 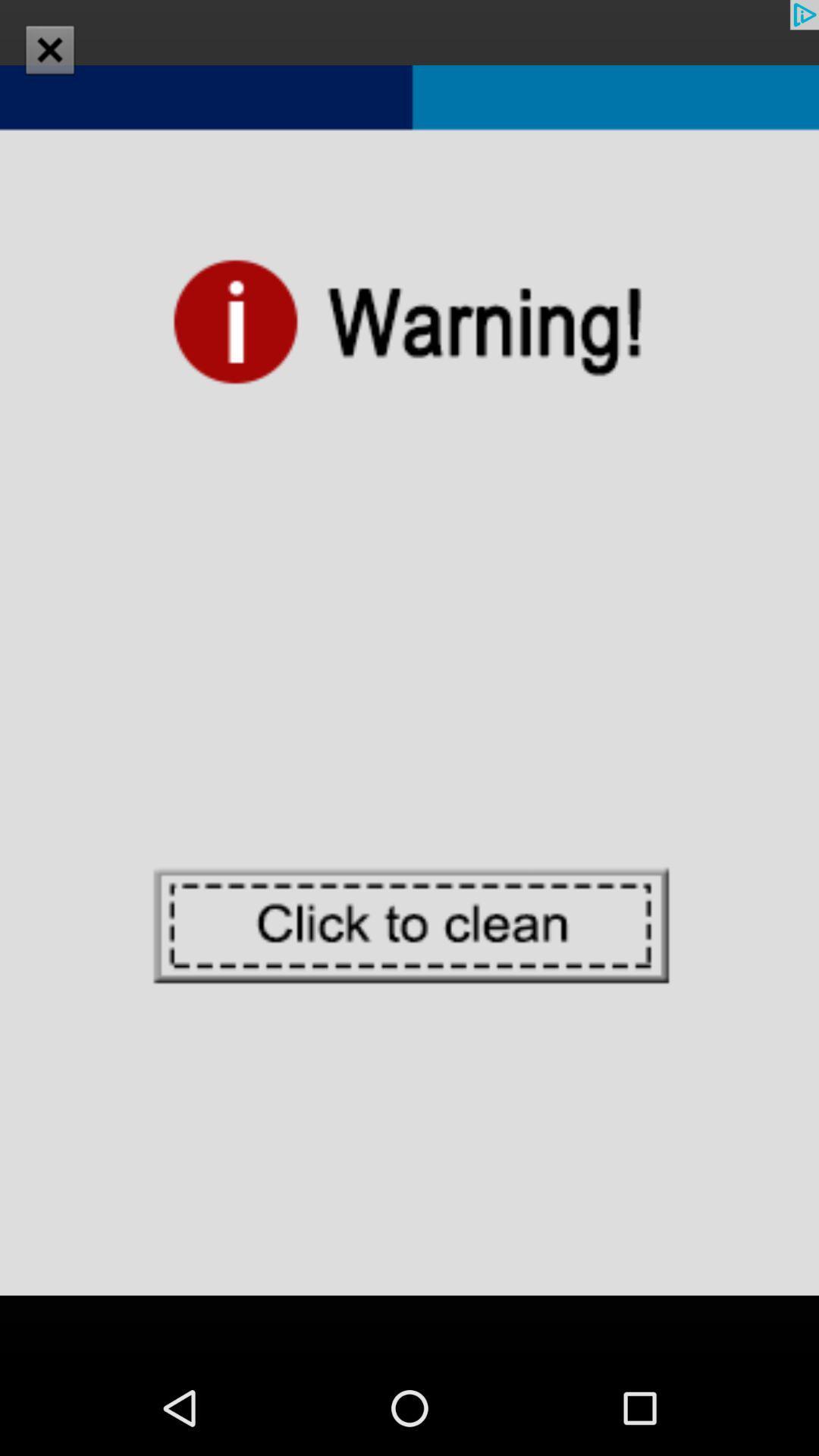 I want to click on the close icon, so click(x=49, y=53).